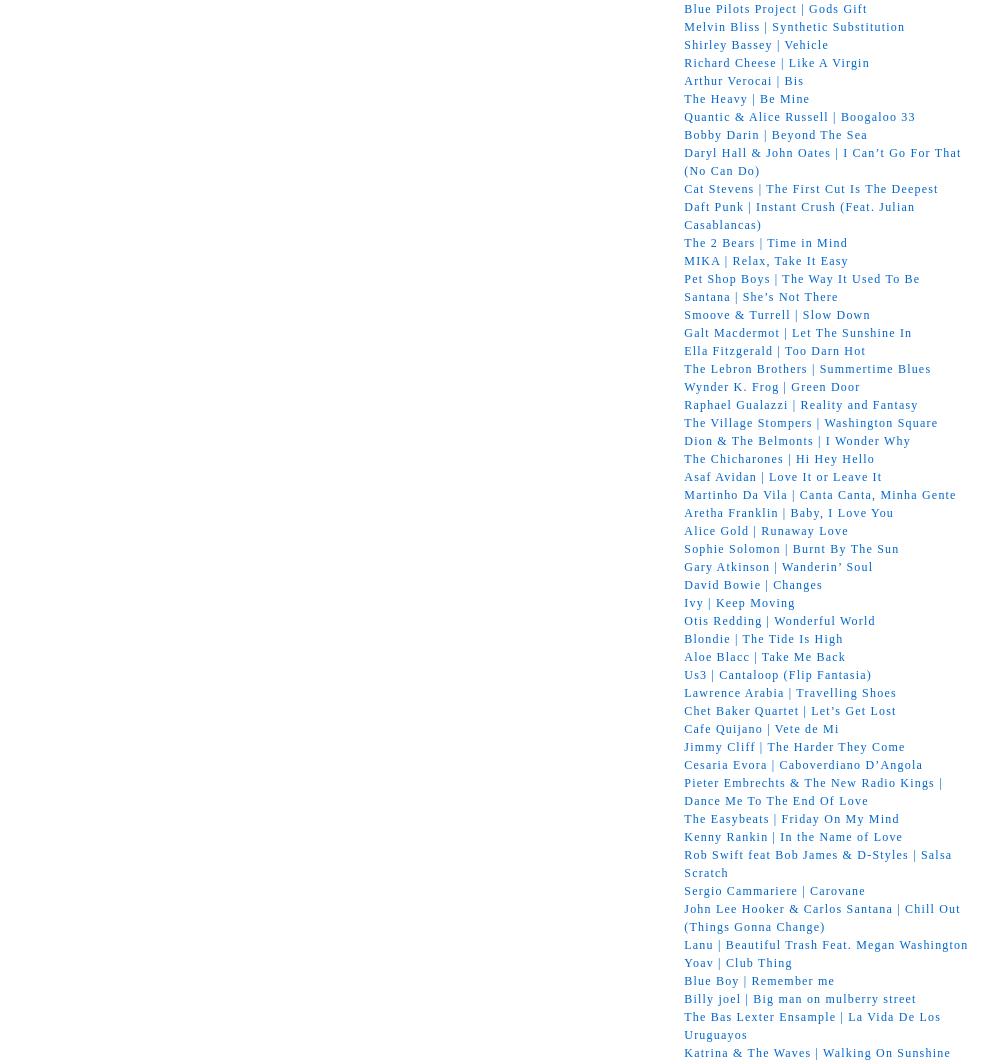  I want to click on 'Smoove & Turrell | Slow Down', so click(777, 313).